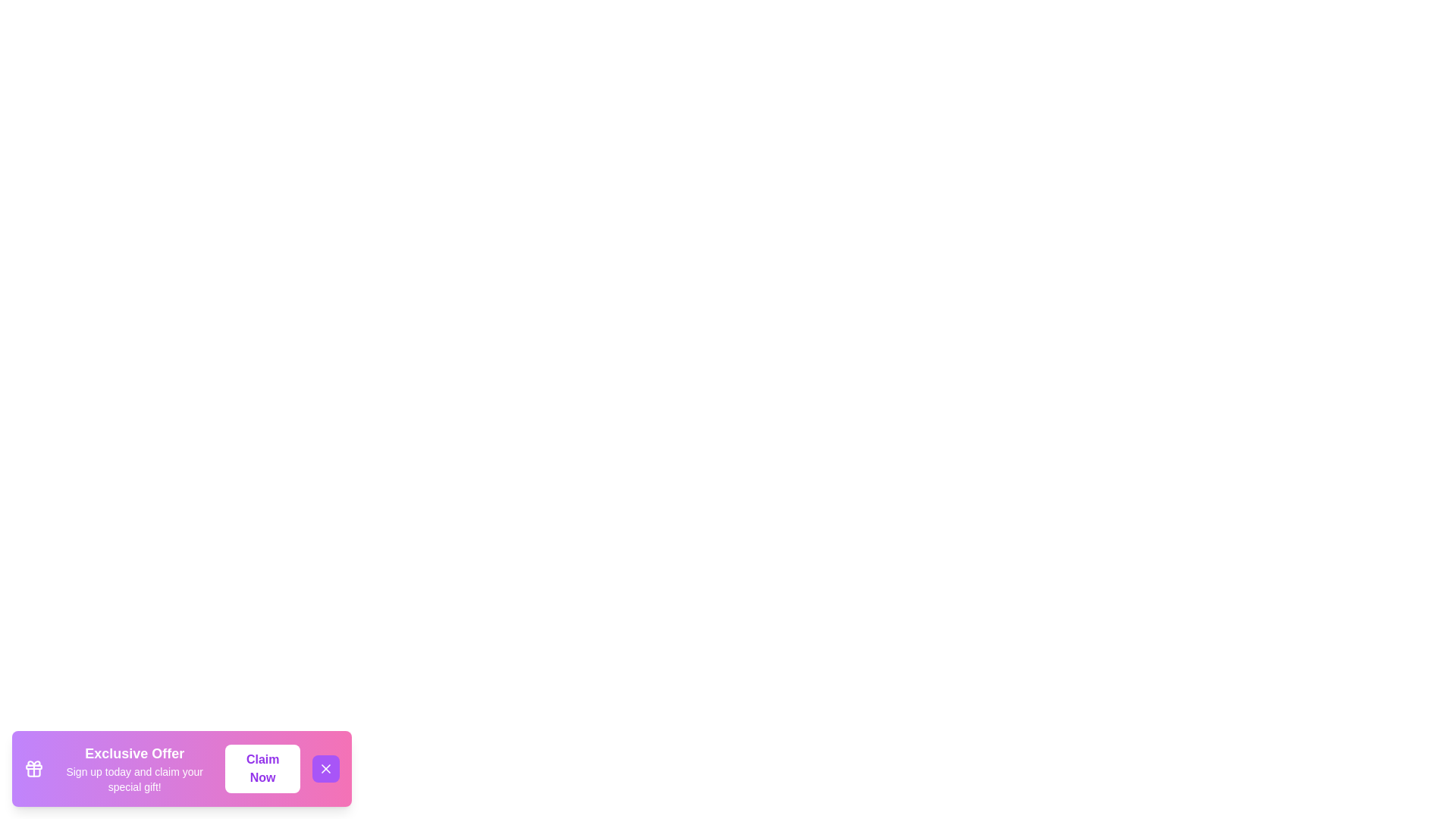 The height and width of the screenshot is (819, 1456). Describe the element at coordinates (262, 769) in the screenshot. I see `the 'Claim Now' button to claim the offer` at that location.